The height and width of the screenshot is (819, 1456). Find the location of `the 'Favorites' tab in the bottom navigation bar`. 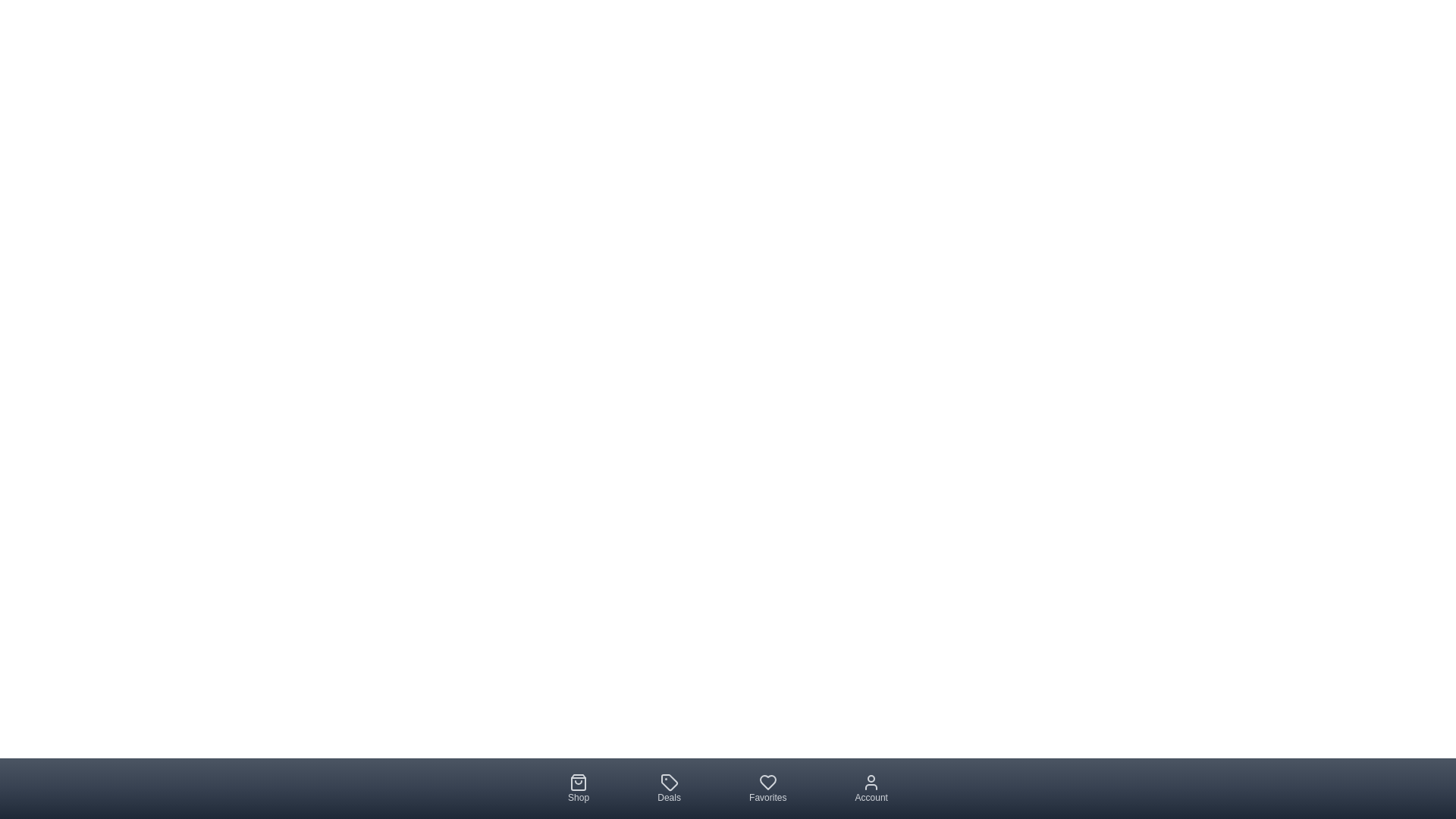

the 'Favorites' tab in the bottom navigation bar is located at coordinates (767, 788).